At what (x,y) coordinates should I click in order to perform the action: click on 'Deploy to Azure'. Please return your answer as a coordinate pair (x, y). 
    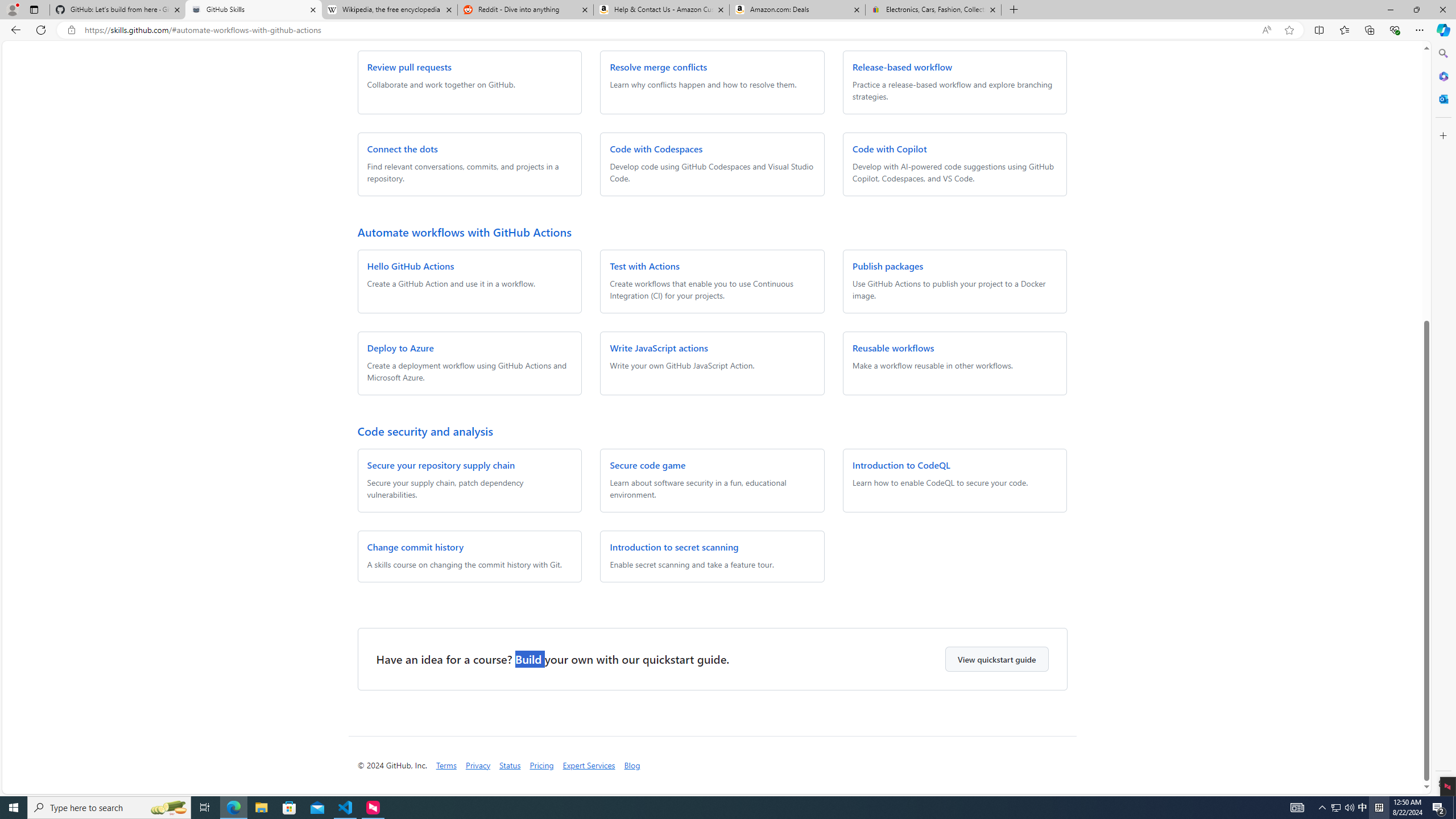
    Looking at the image, I should click on (400, 347).